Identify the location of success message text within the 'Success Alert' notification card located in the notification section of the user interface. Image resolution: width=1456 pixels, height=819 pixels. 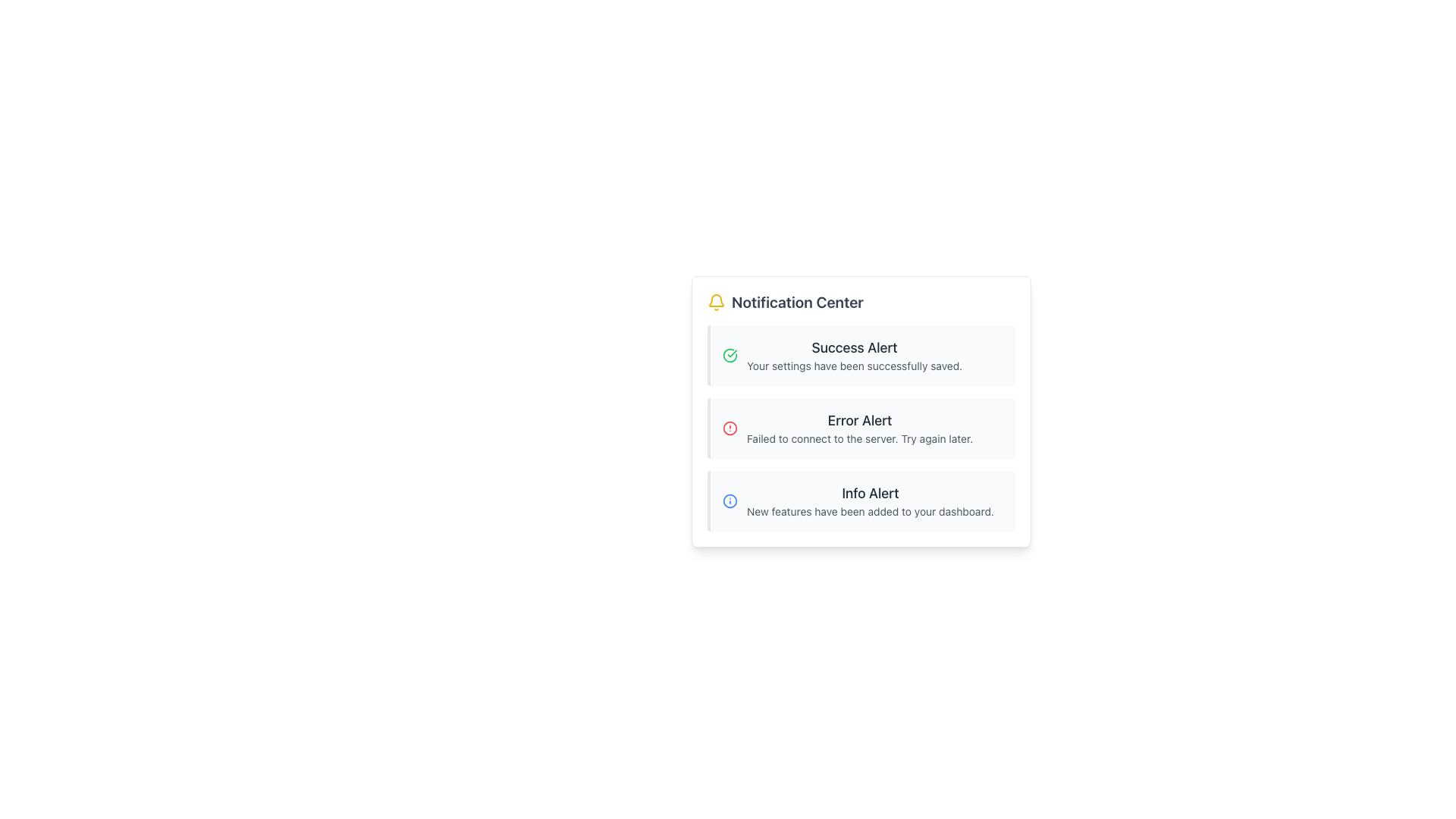
(855, 366).